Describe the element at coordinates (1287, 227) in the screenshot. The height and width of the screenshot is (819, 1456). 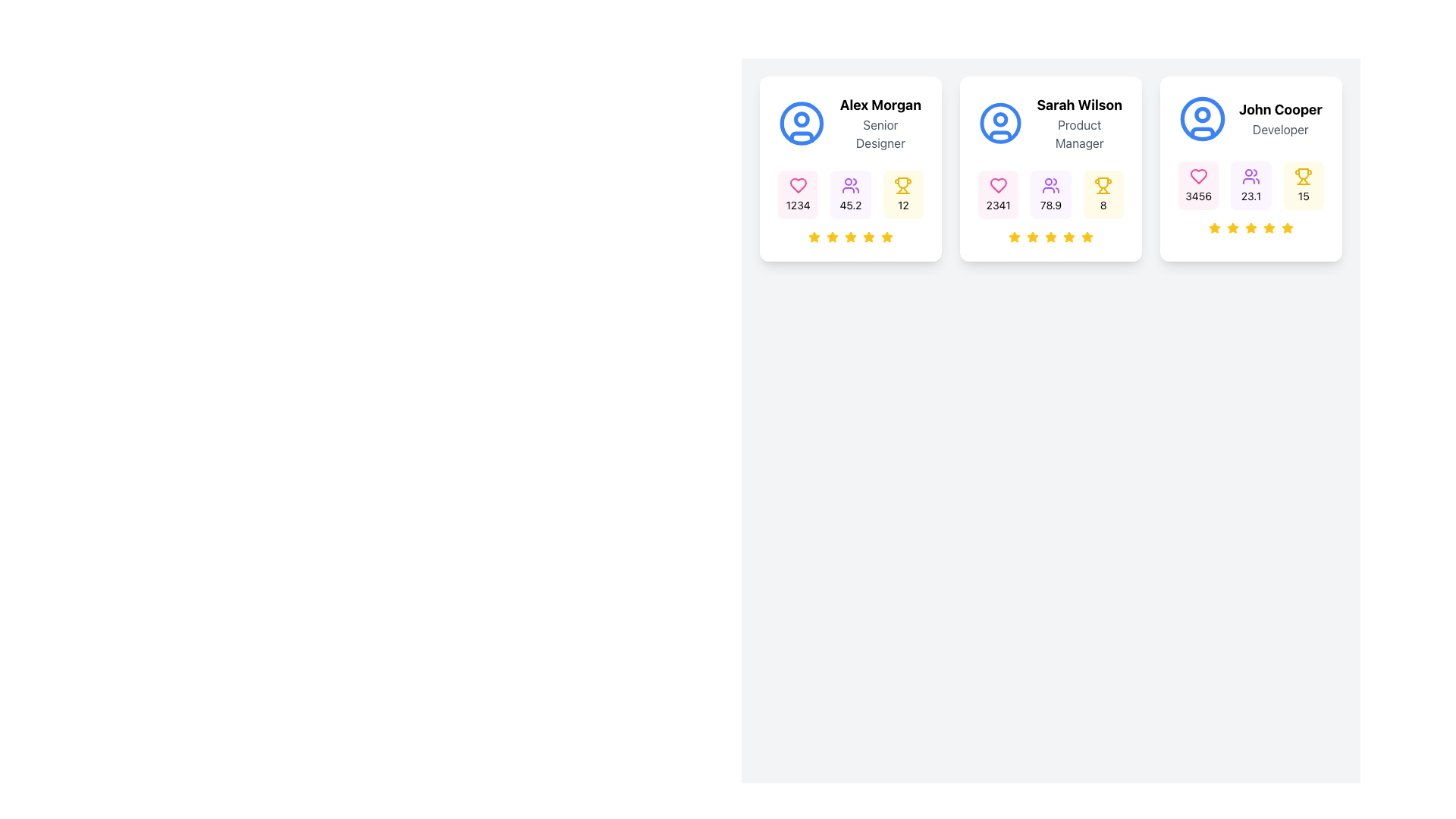
I see `the fifth star icon in the rating component under the profile card labeled 'John Cooper' to rate it` at that location.